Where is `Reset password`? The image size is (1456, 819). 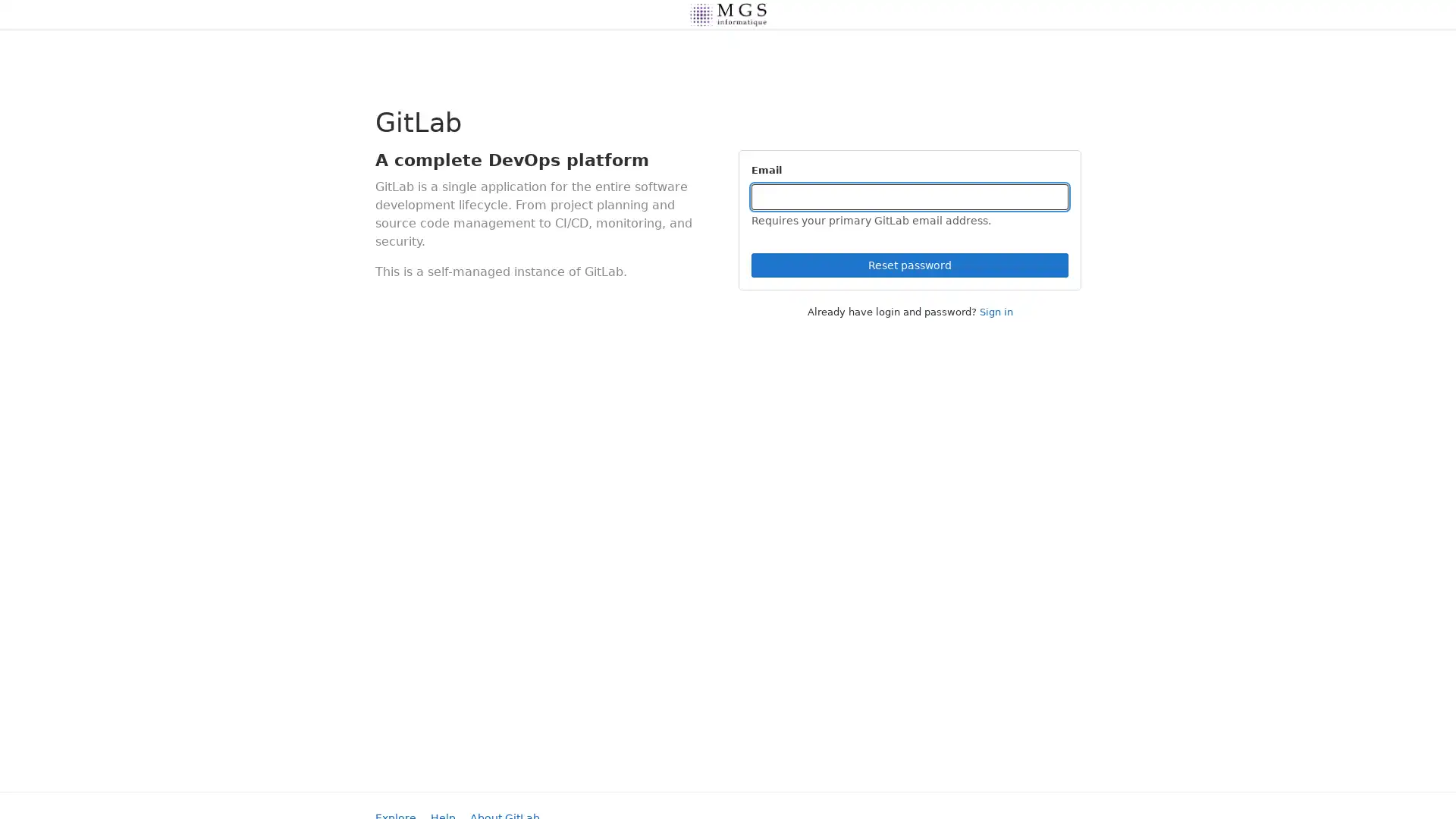
Reset password is located at coordinates (910, 263).